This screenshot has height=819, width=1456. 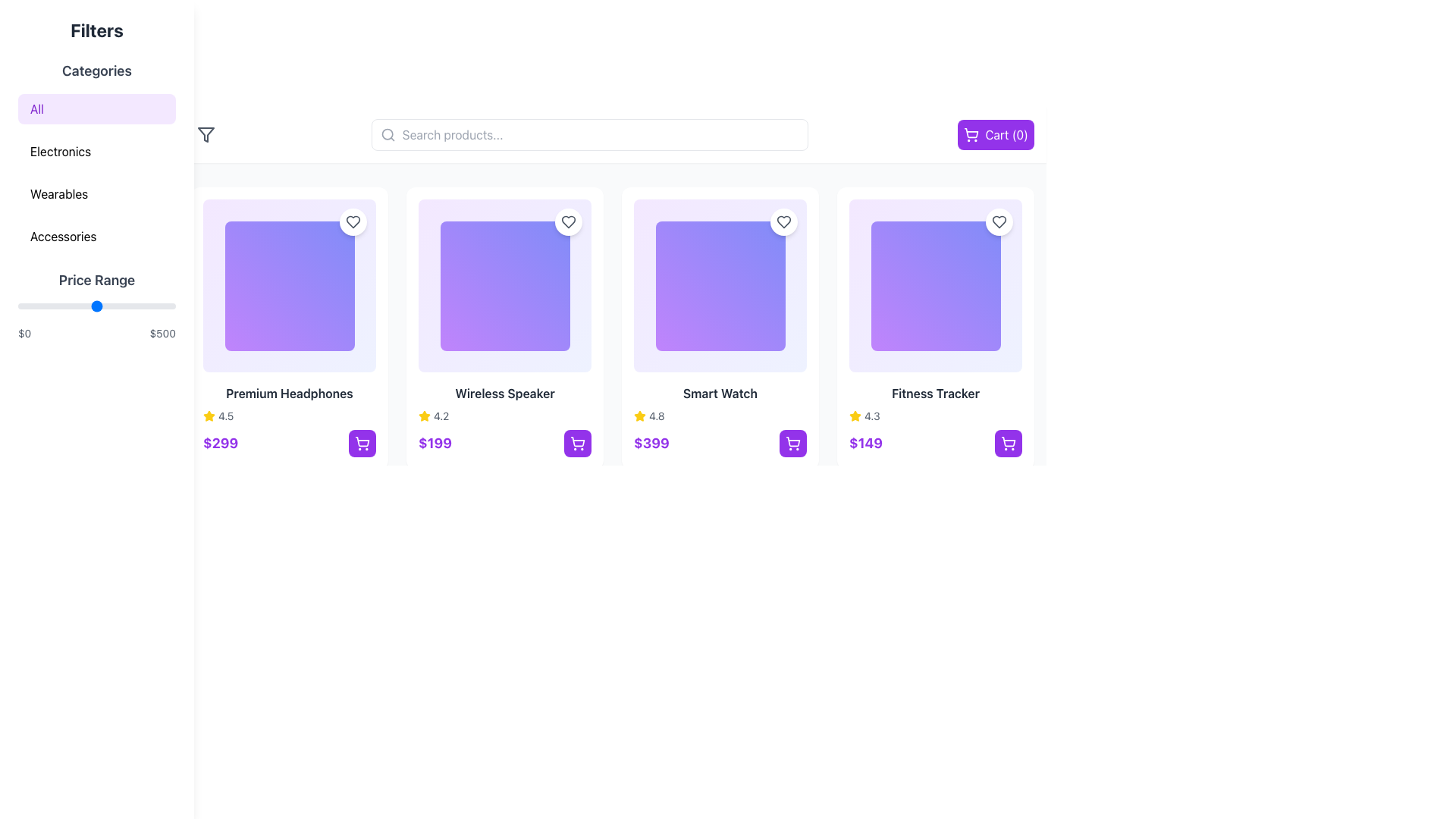 I want to click on the price range slider, so click(x=155, y=306).